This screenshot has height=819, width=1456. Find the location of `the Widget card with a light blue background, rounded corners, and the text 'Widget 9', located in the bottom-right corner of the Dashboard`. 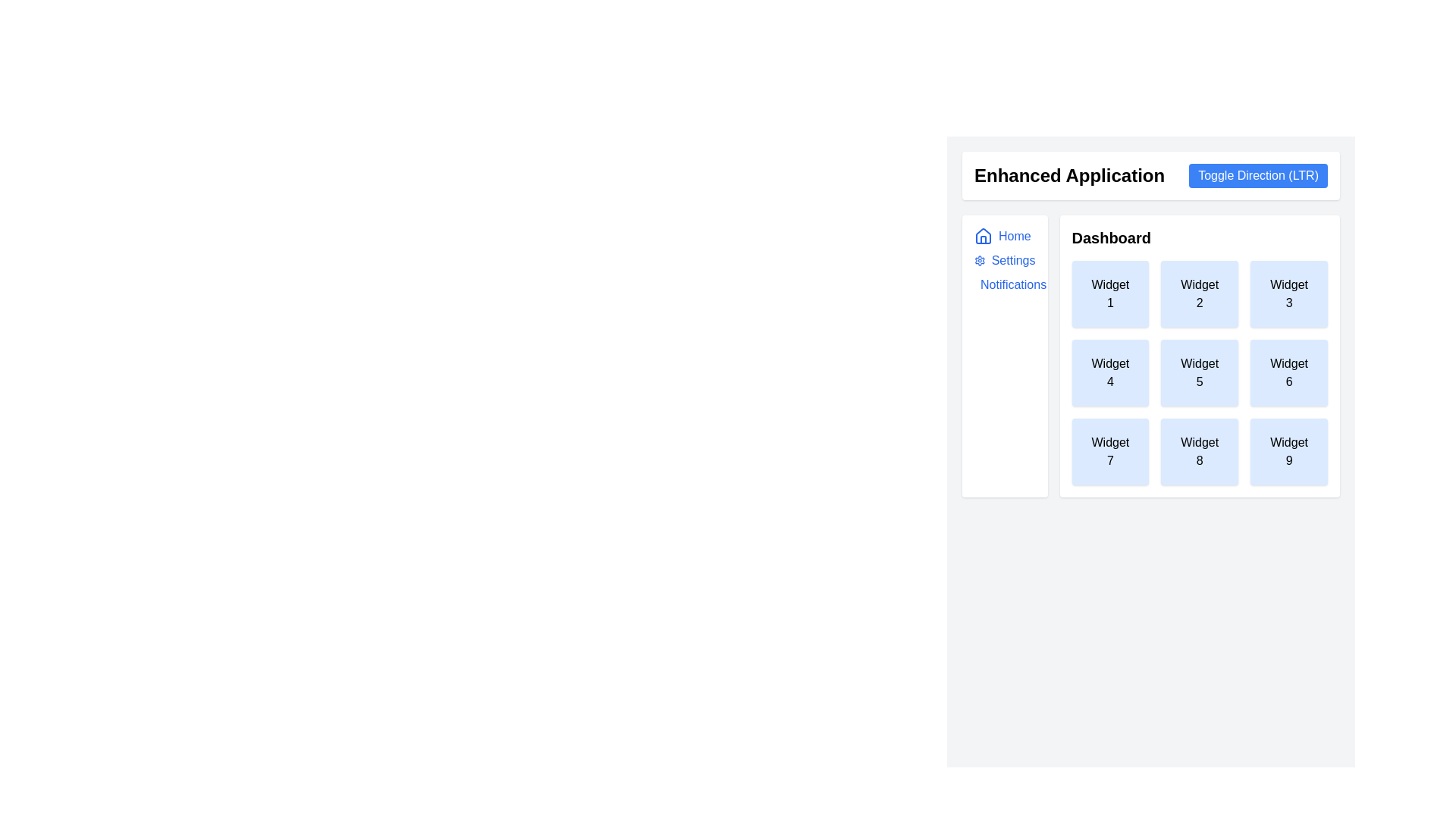

the Widget card with a light blue background, rounded corners, and the text 'Widget 9', located in the bottom-right corner of the Dashboard is located at coordinates (1288, 451).